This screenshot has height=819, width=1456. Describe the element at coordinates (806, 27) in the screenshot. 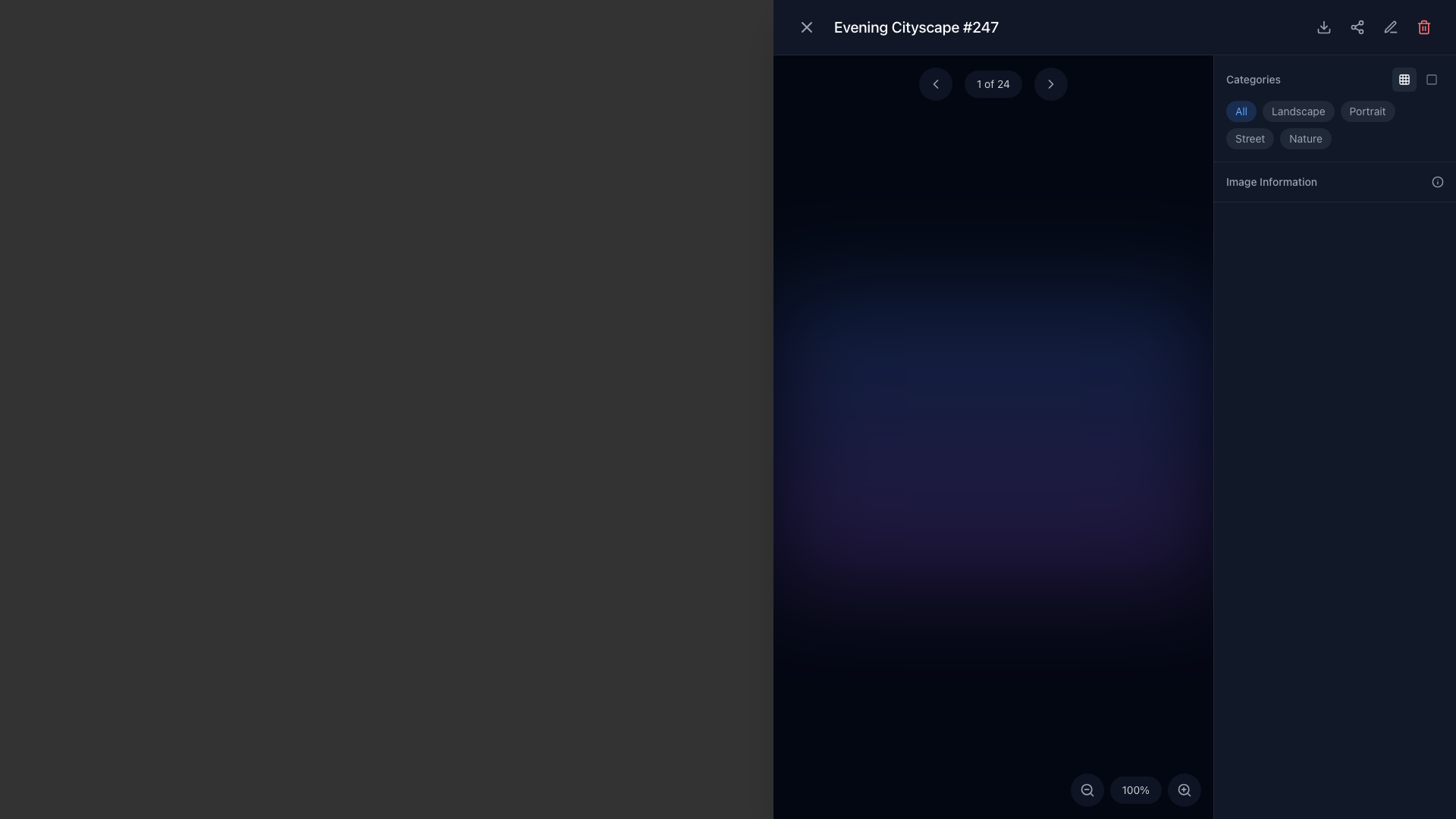

I see `the circular button with a cross ('X') icon located at the top left of the interface` at that location.